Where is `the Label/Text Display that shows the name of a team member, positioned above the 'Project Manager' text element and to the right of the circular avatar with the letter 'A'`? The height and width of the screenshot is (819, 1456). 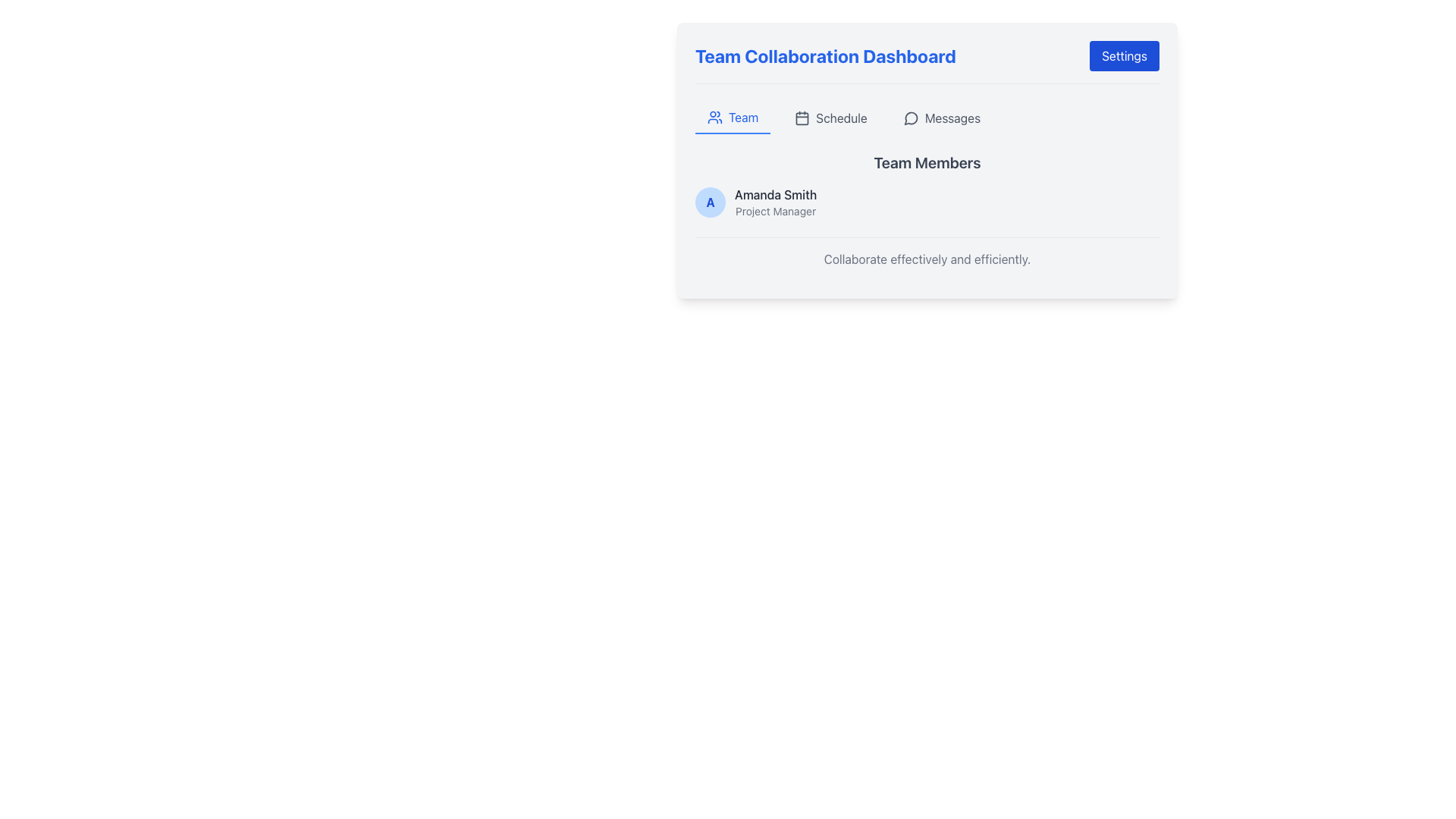
the Label/Text Display that shows the name of a team member, positioned above the 'Project Manager' text element and to the right of the circular avatar with the letter 'A' is located at coordinates (776, 194).